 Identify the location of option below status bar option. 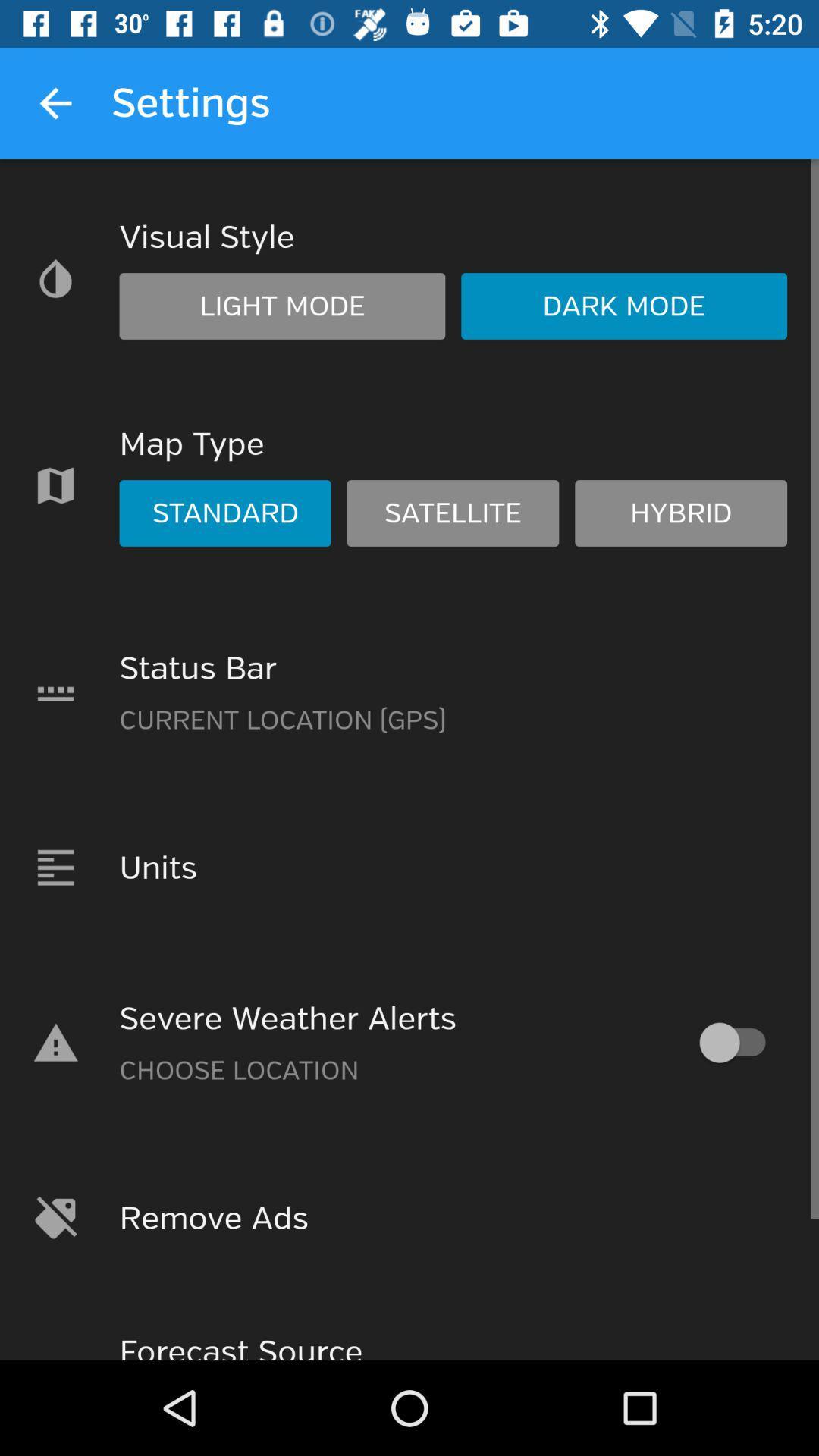
(409, 868).